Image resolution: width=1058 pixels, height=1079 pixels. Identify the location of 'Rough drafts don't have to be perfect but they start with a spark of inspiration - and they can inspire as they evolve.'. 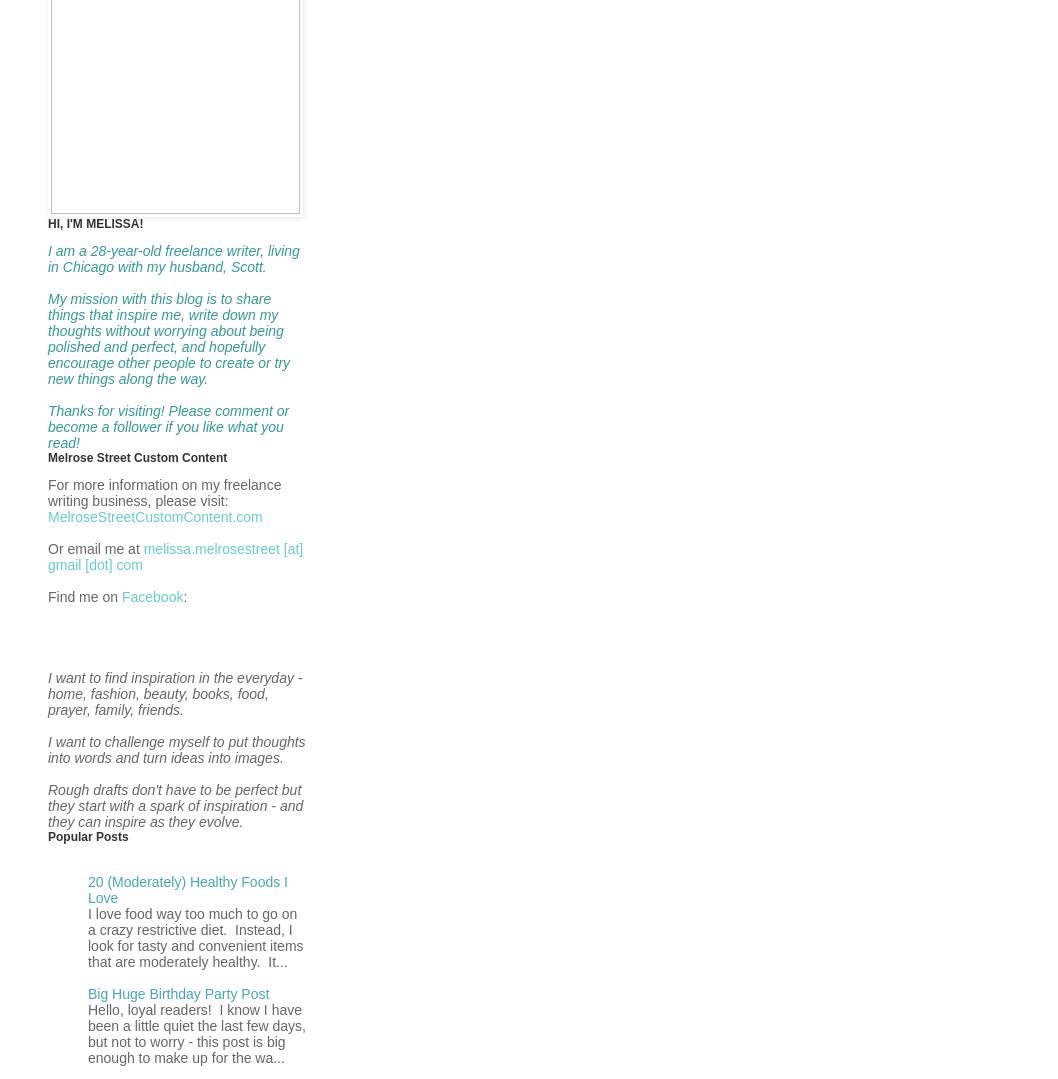
(48, 804).